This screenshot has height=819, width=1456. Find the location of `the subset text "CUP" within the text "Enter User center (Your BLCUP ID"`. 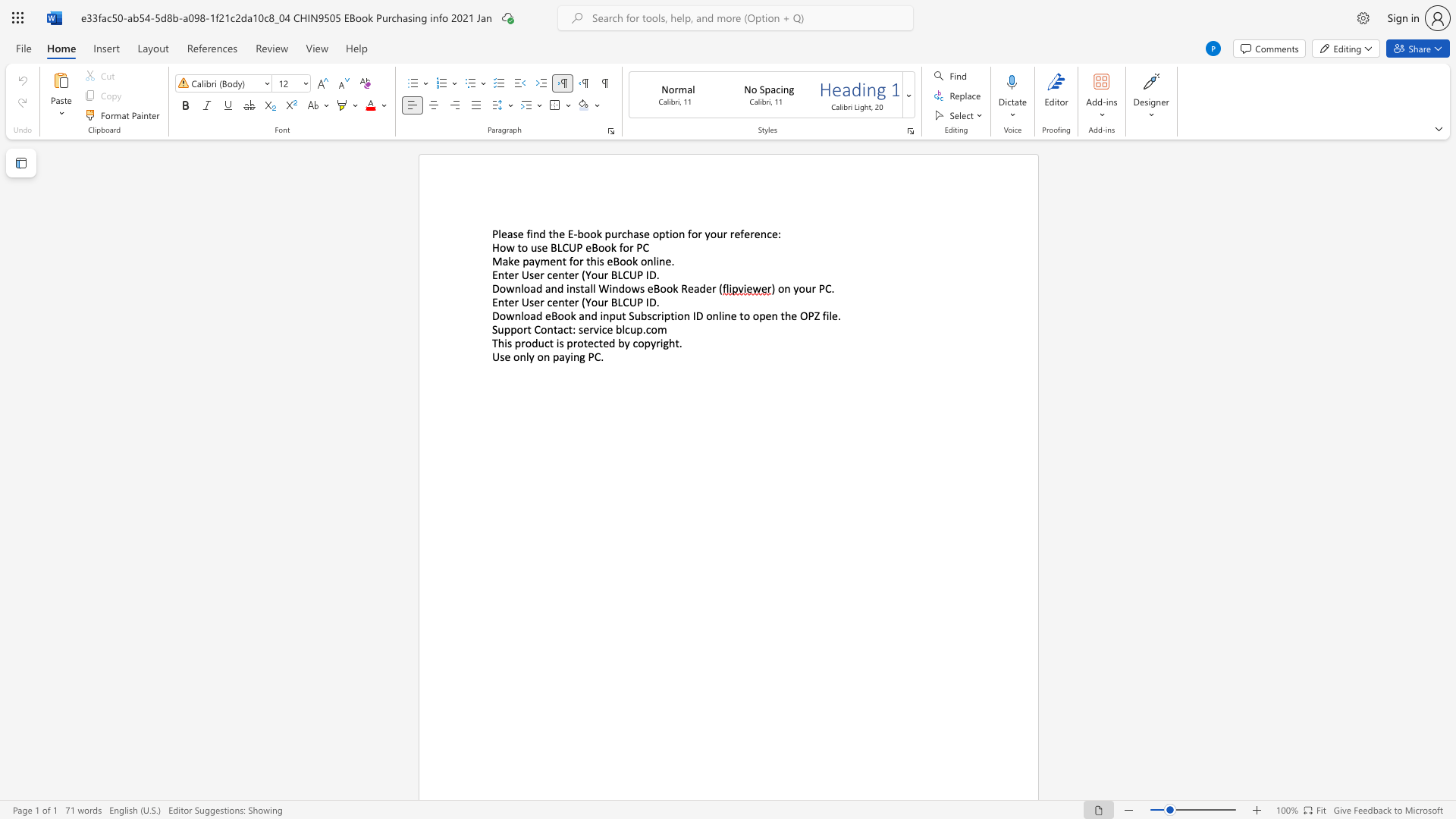

the subset text "CUP" within the text "Enter User center (Your BLCUP ID" is located at coordinates (623, 302).